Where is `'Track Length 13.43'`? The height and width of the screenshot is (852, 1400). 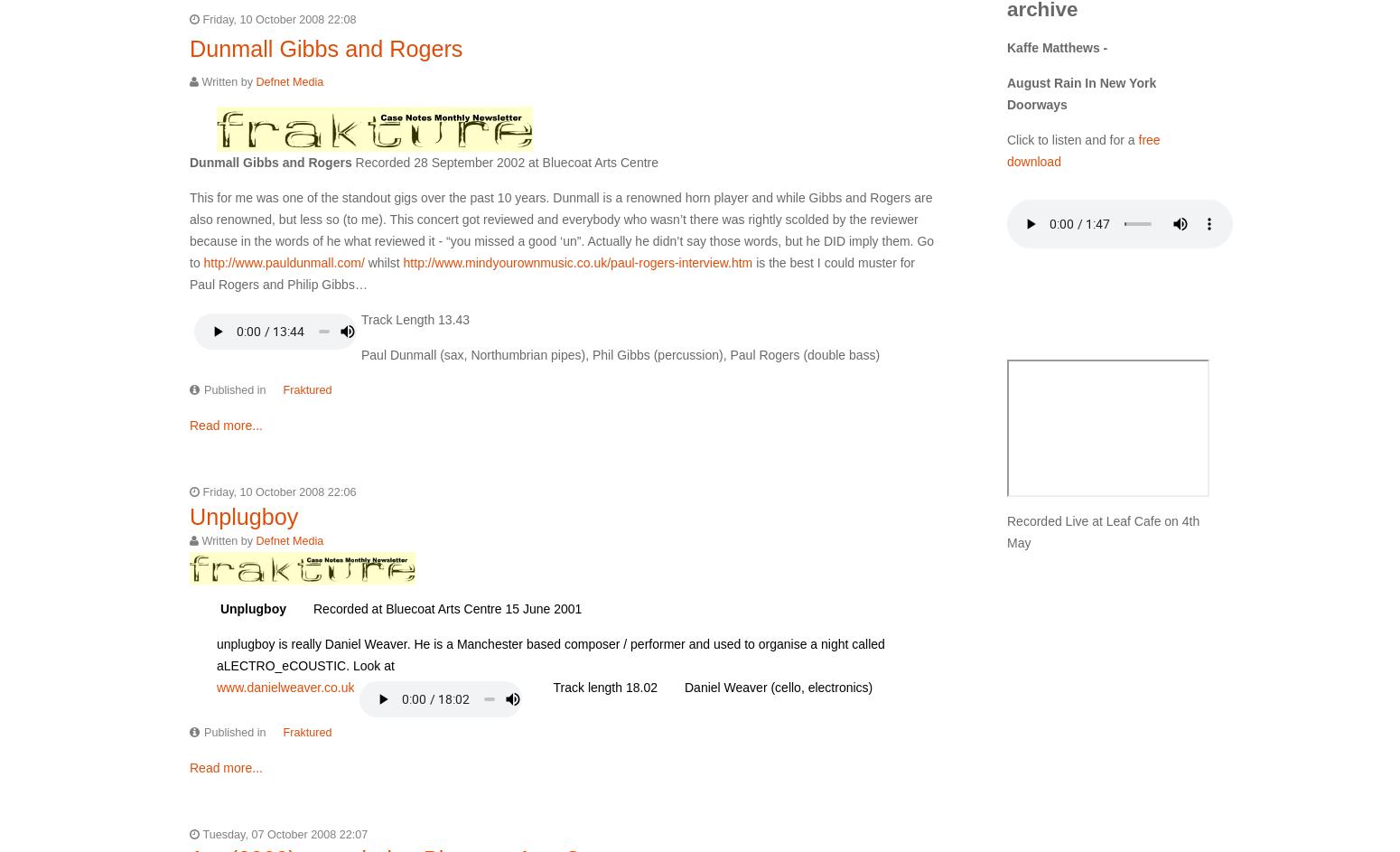
'Track Length 13.43' is located at coordinates (415, 320).